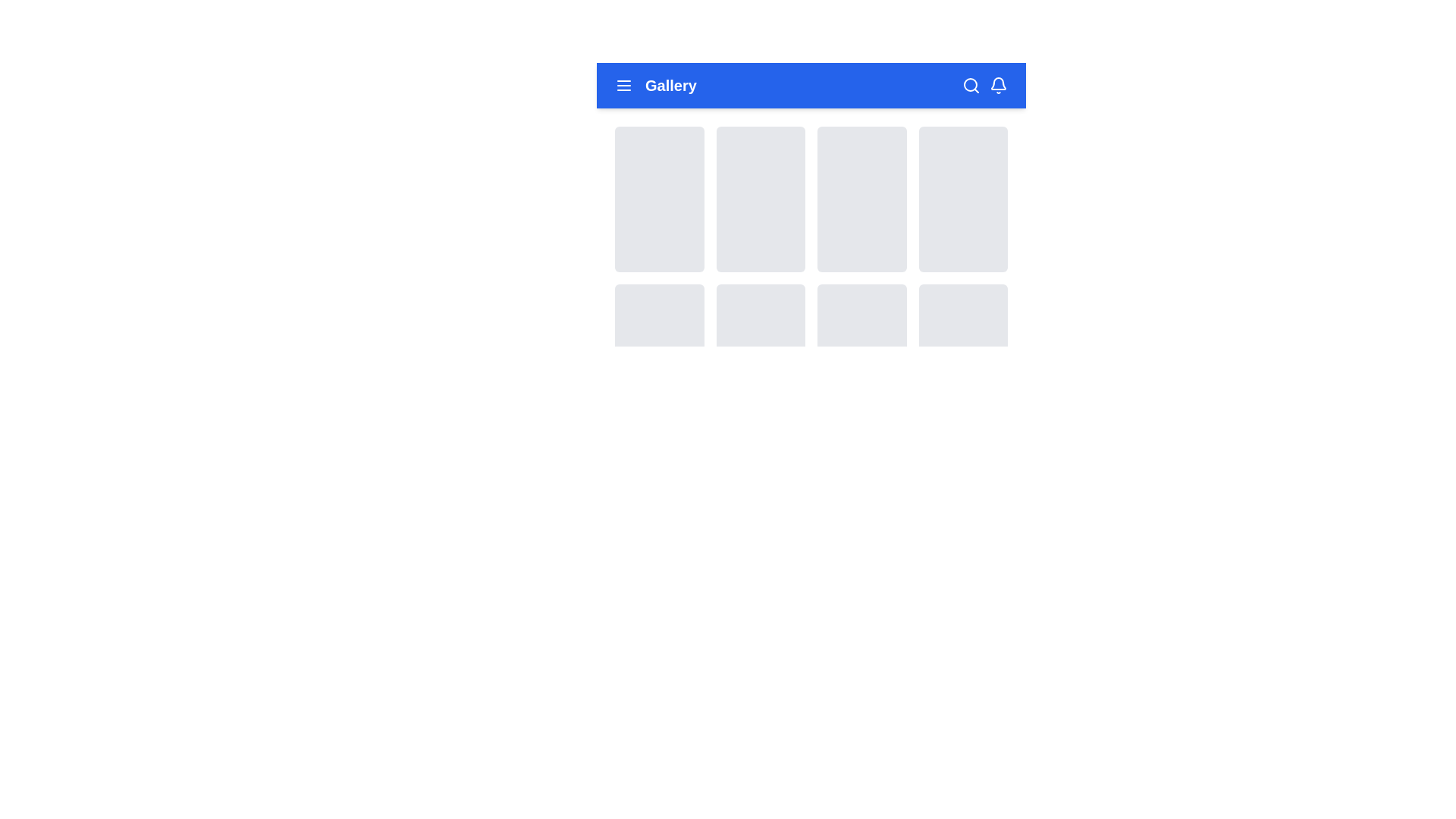 The image size is (1456, 819). What do you see at coordinates (659, 198) in the screenshot?
I see `on the first tile in the grid layout, located at the top-left corner` at bounding box center [659, 198].